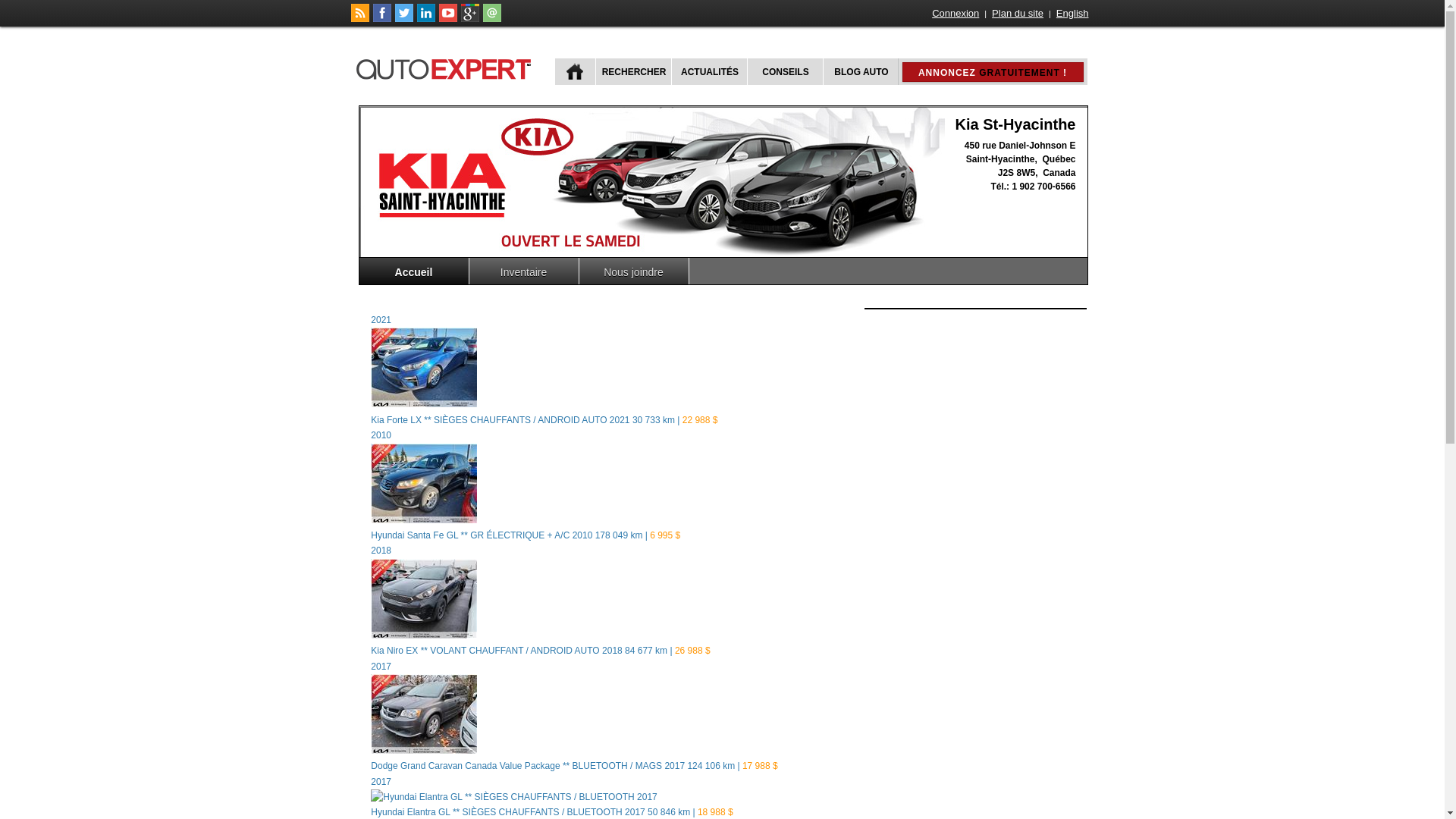 The width and height of the screenshot is (1456, 819). Describe the element at coordinates (469, 18) in the screenshot. I see `'Suivez autoExpert.ca sur Google Plus'` at that location.